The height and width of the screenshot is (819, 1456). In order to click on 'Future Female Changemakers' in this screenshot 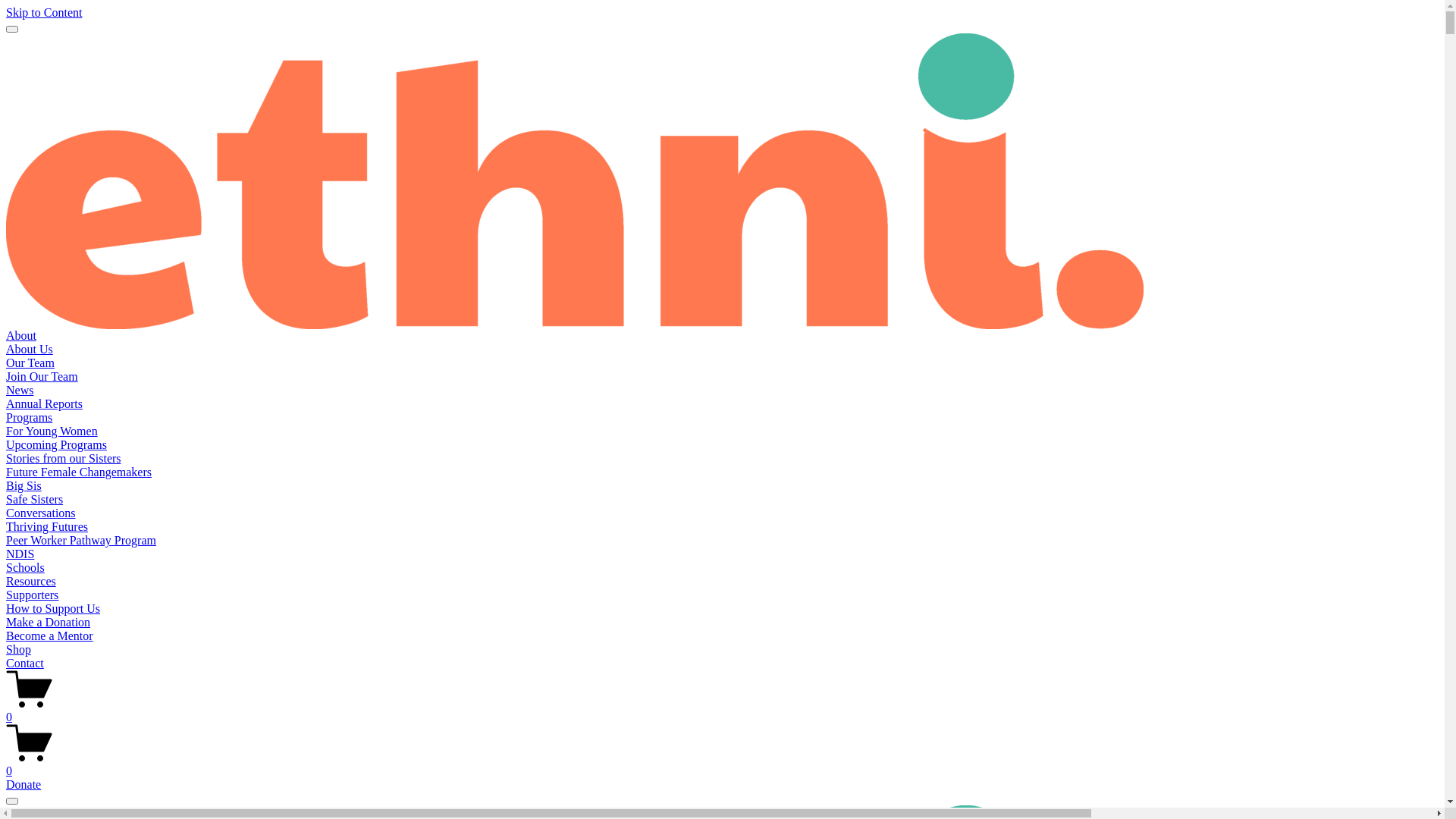, I will do `click(78, 471)`.